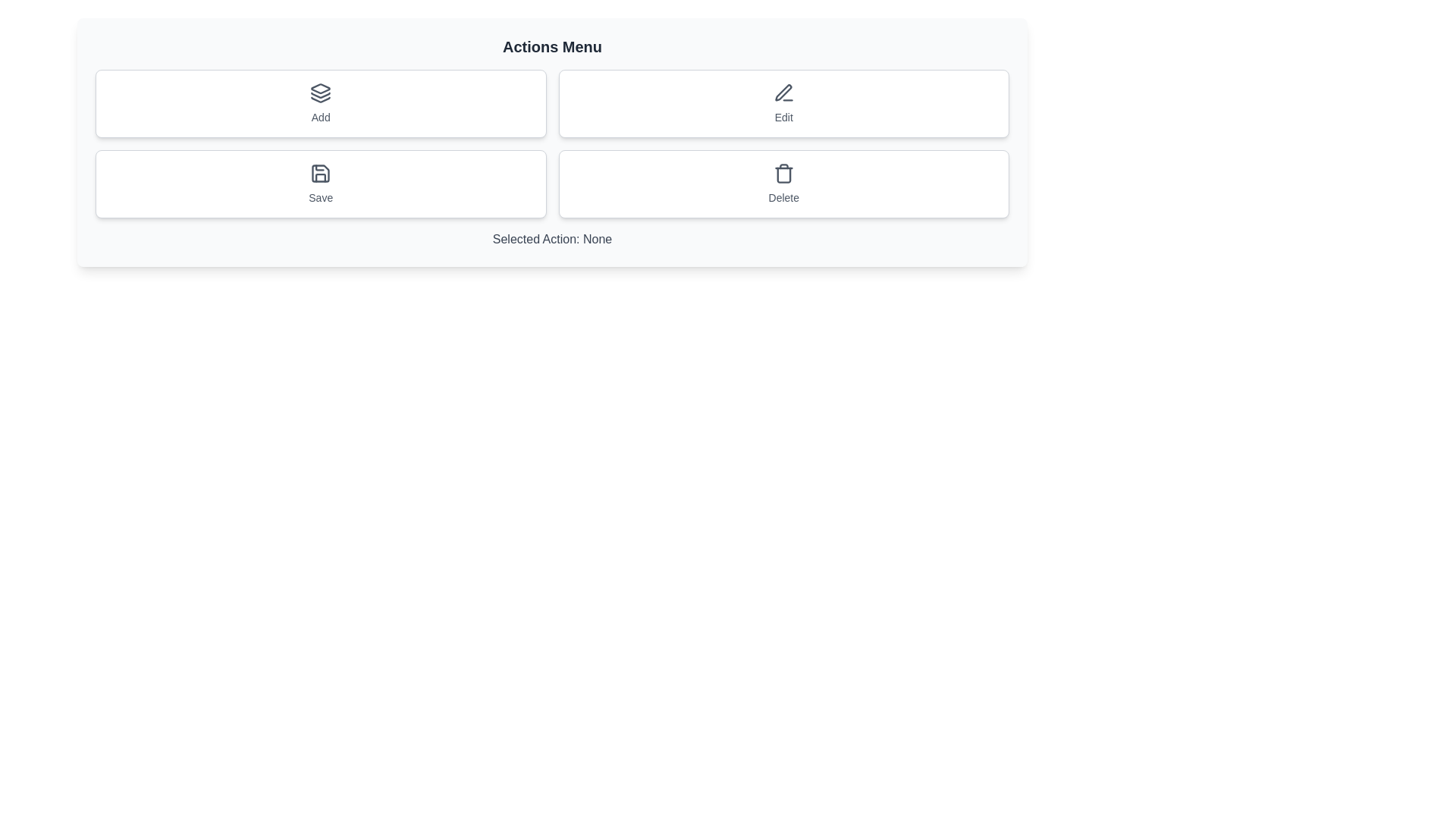  Describe the element at coordinates (783, 103) in the screenshot. I see `the Edit button to perform the associated action` at that location.